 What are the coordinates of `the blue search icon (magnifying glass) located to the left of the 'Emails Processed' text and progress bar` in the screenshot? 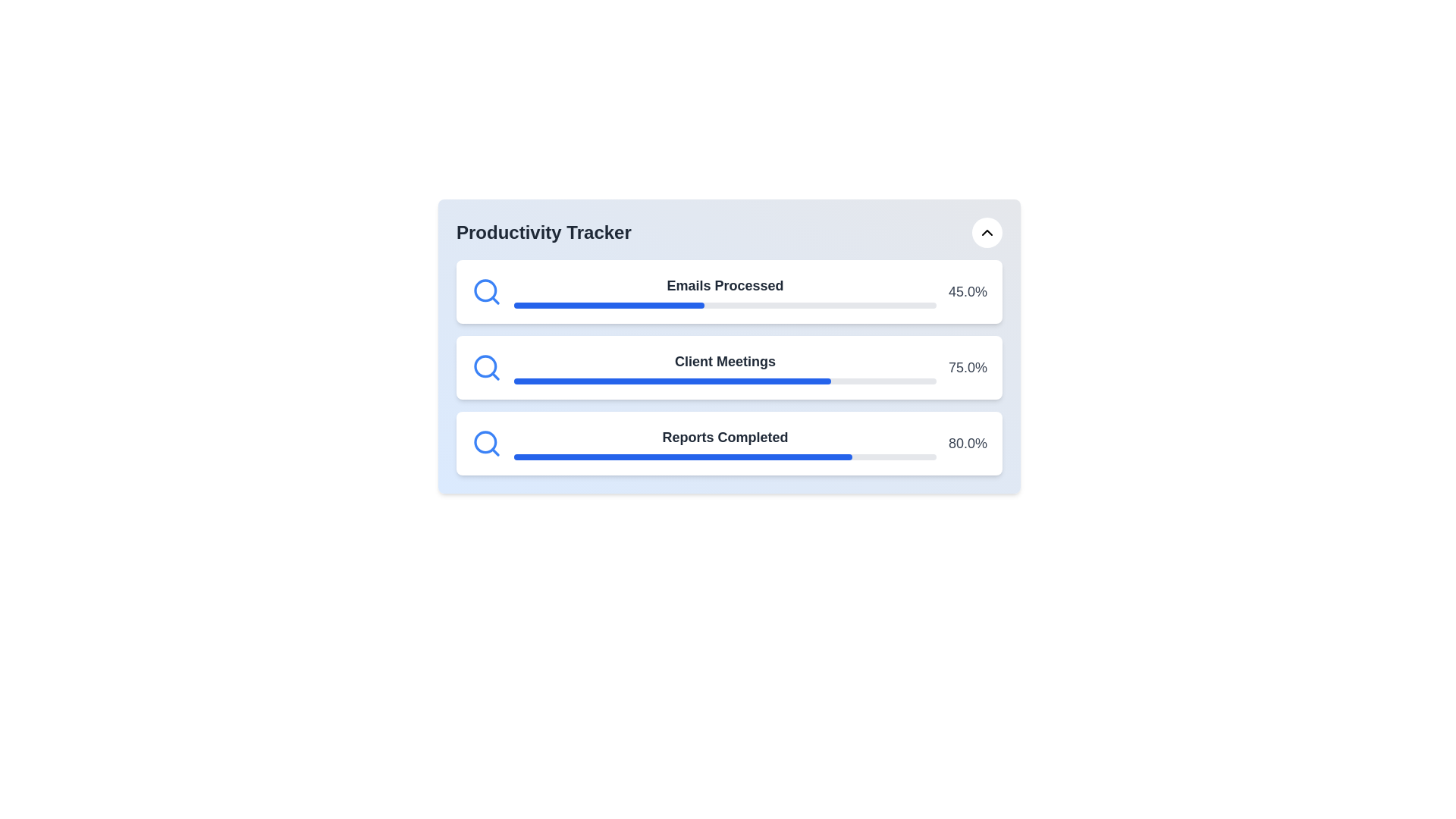 It's located at (487, 292).